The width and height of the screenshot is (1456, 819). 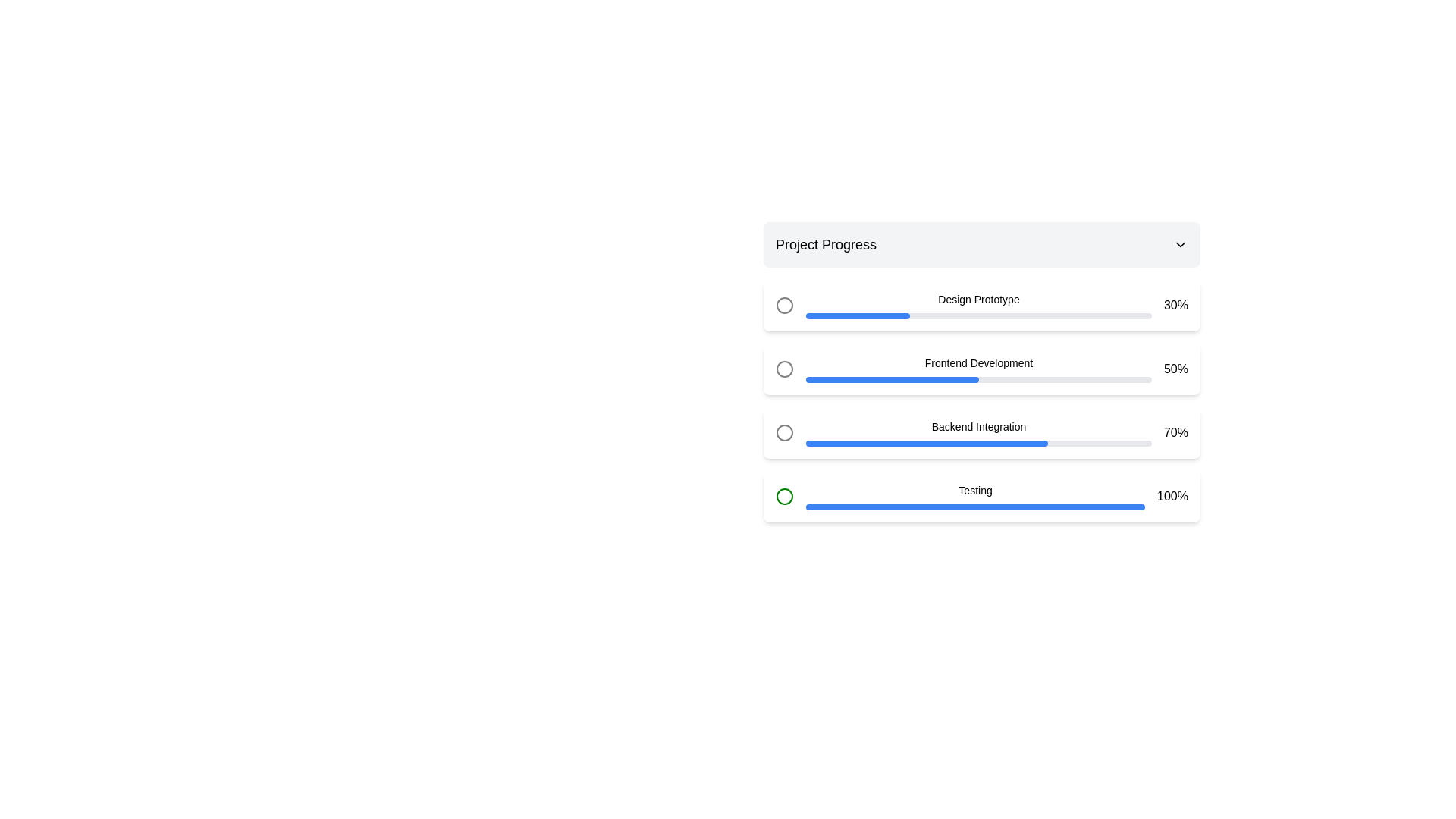 I want to click on the Circle icon representing the 'Backend Integration' task's status in the progress tracker interface, so click(x=785, y=432).